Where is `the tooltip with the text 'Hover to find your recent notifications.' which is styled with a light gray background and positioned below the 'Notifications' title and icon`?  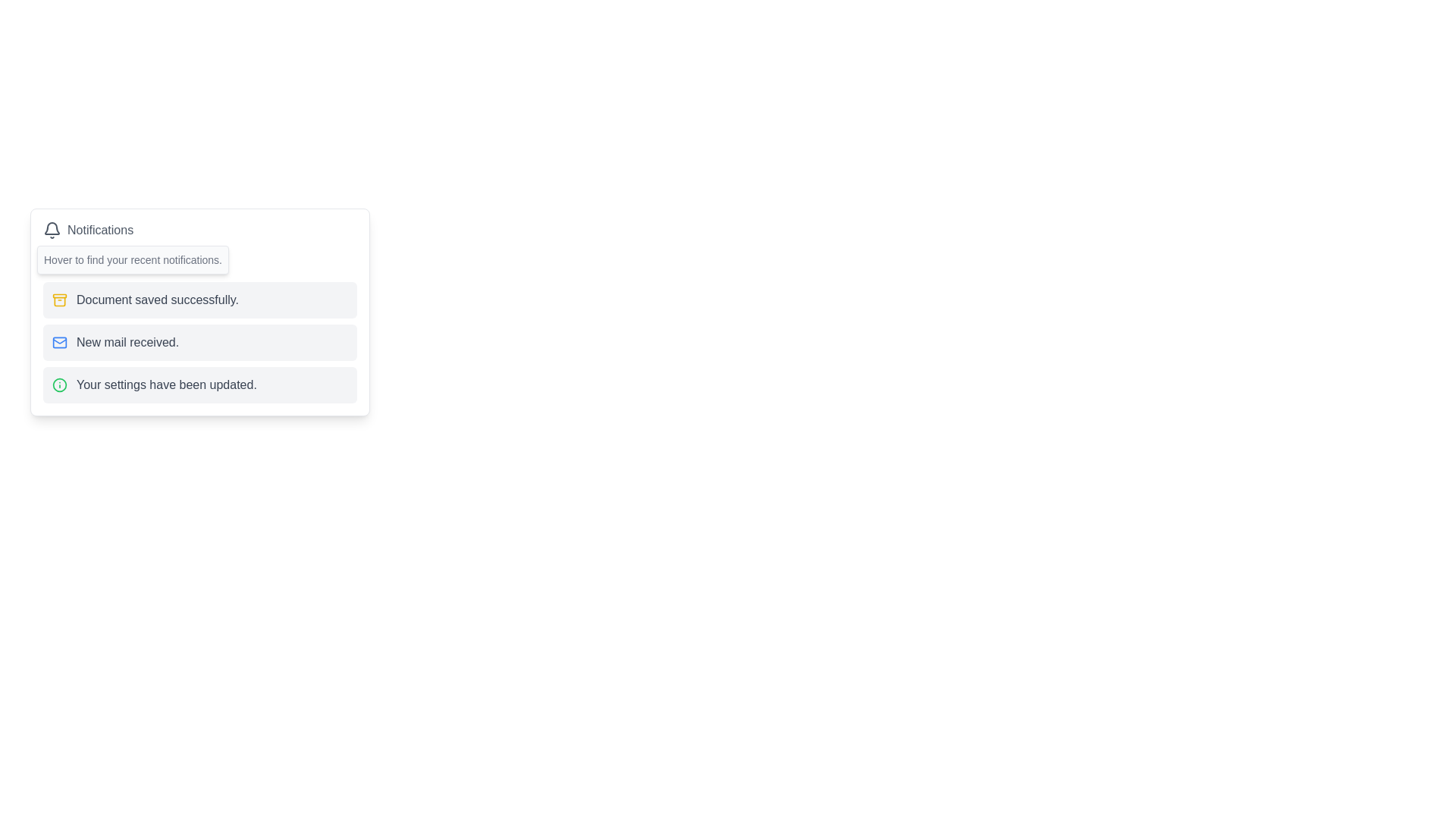
the tooltip with the text 'Hover to find your recent notifications.' which is styled with a light gray background and positioned below the 'Notifications' title and icon is located at coordinates (133, 259).